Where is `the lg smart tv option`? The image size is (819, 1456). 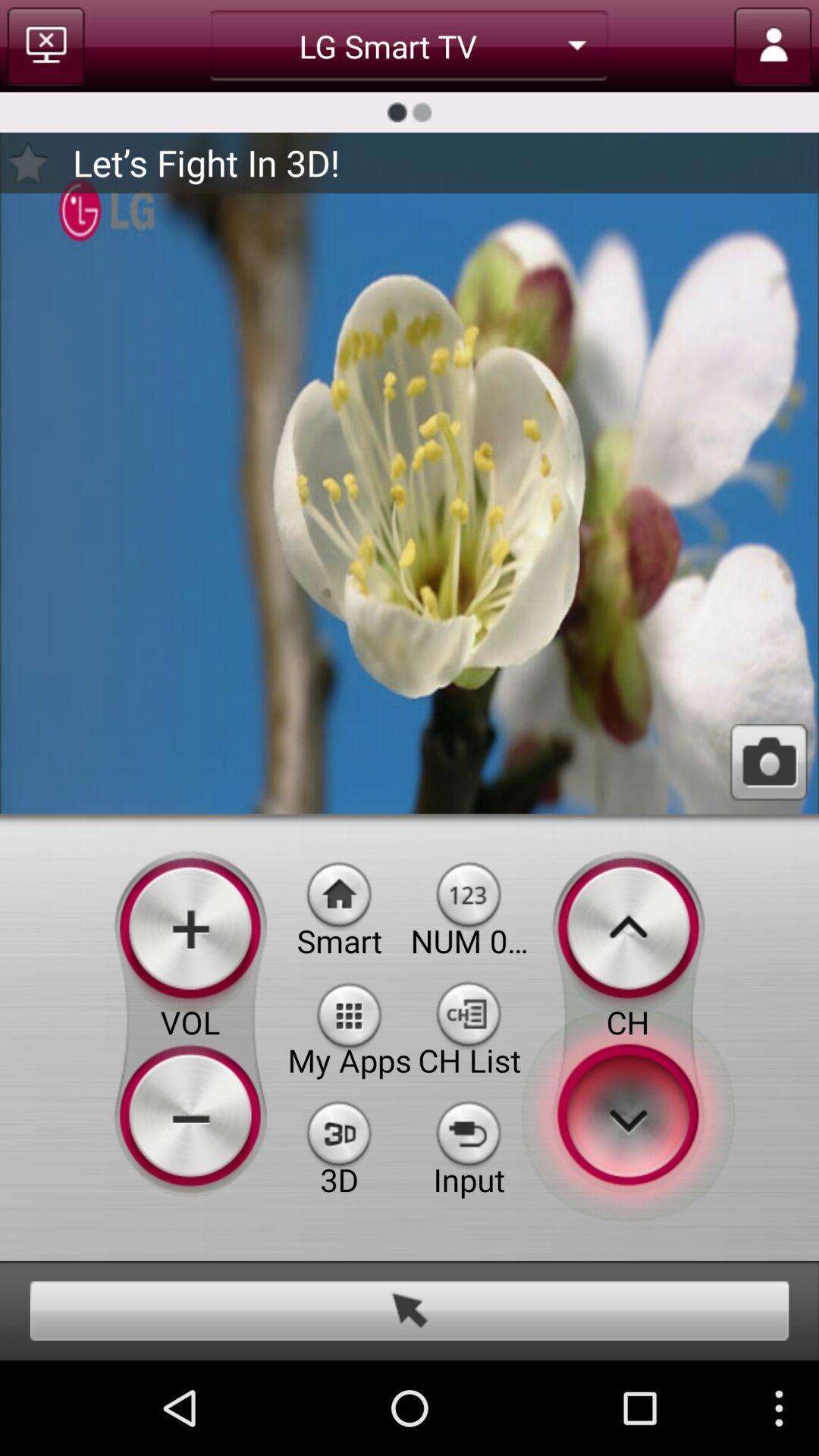
the lg smart tv option is located at coordinates (409, 46).